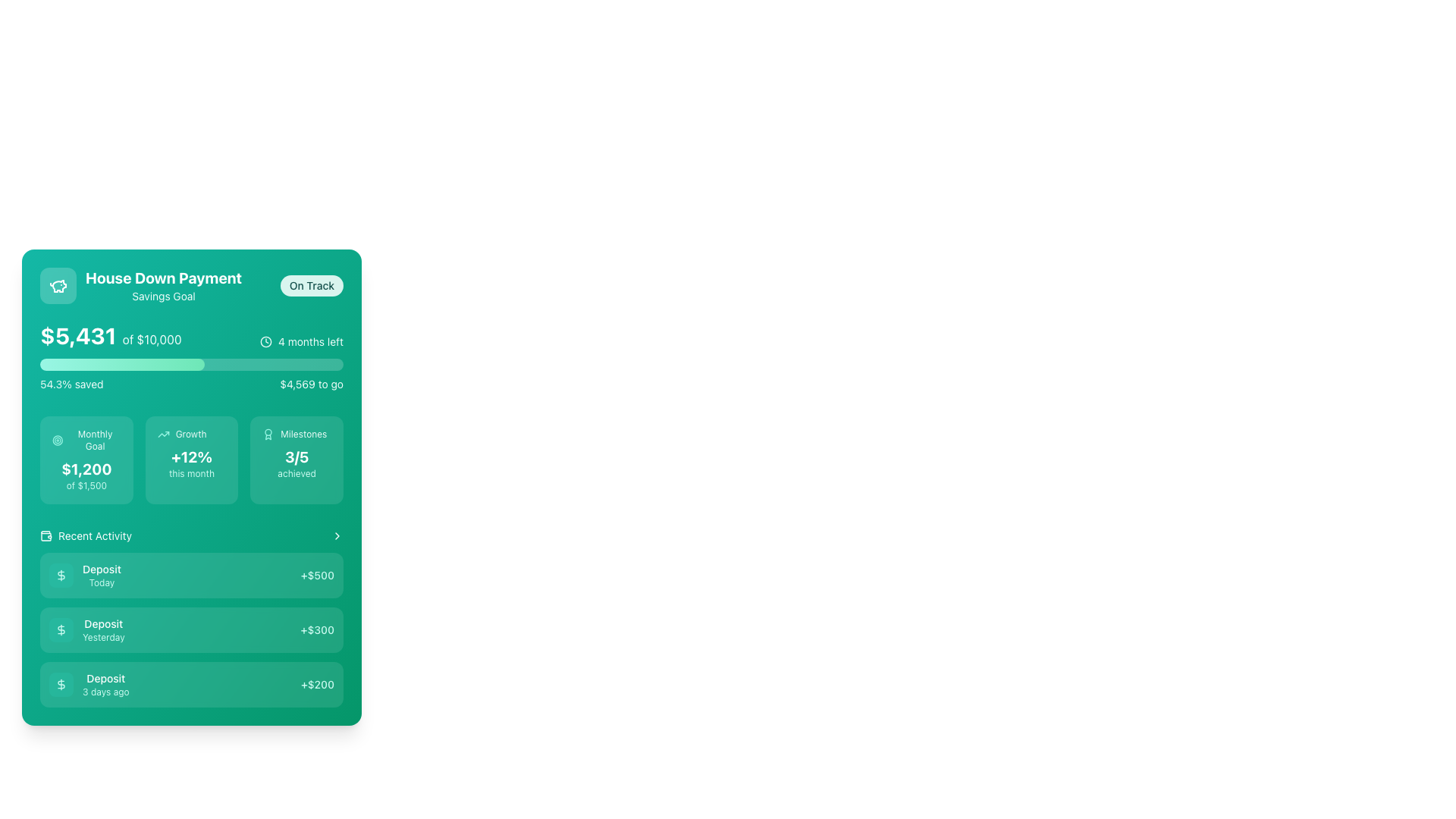 This screenshot has width=1456, height=819. Describe the element at coordinates (191, 365) in the screenshot. I see `the progress bar that visually represents progress towards a financial goal, positioned below the text '$5,431 of $10,000' and above the indicators '54.3% saved' and '$4,569 to go'` at that location.